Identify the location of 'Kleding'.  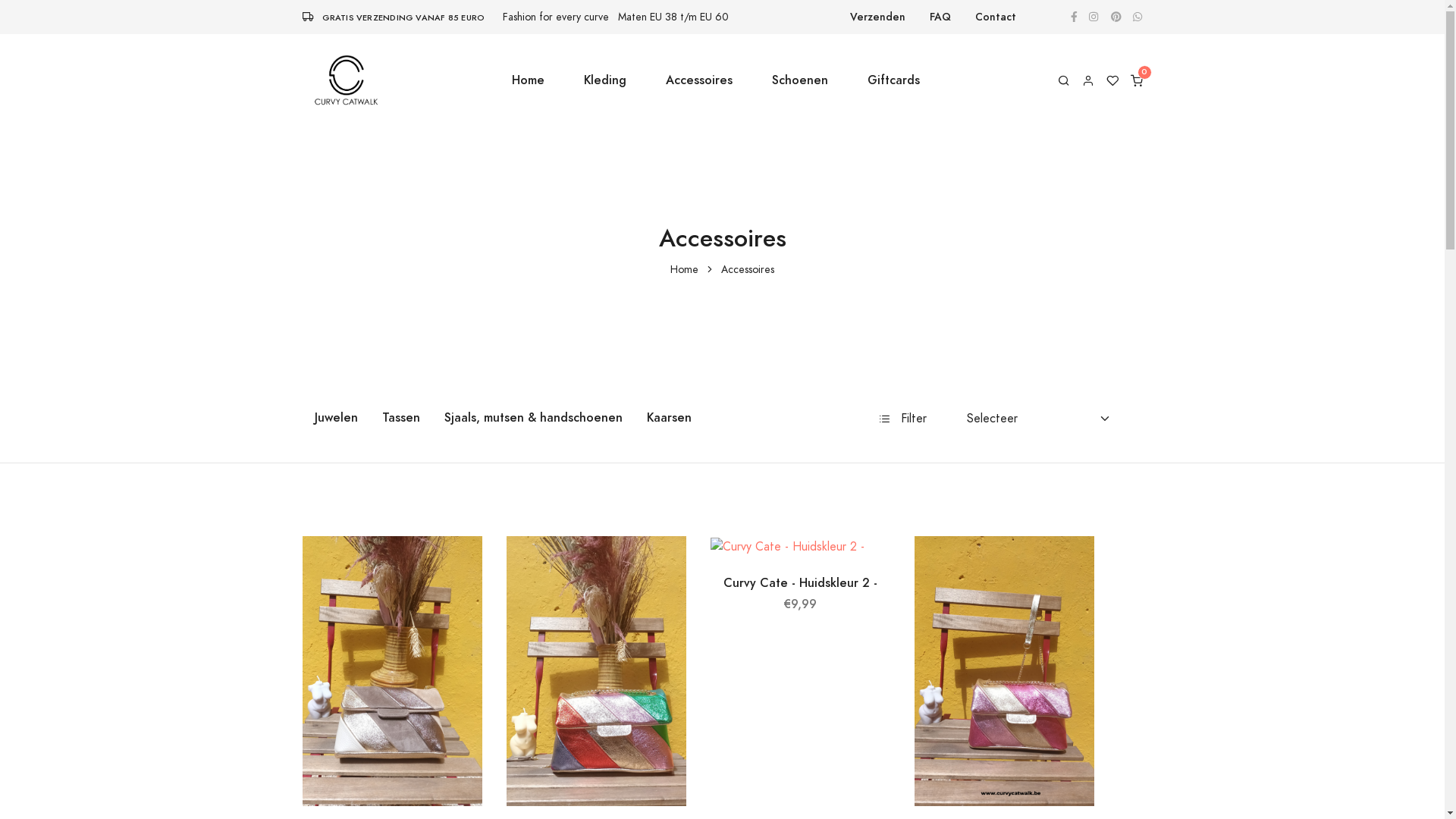
(604, 80).